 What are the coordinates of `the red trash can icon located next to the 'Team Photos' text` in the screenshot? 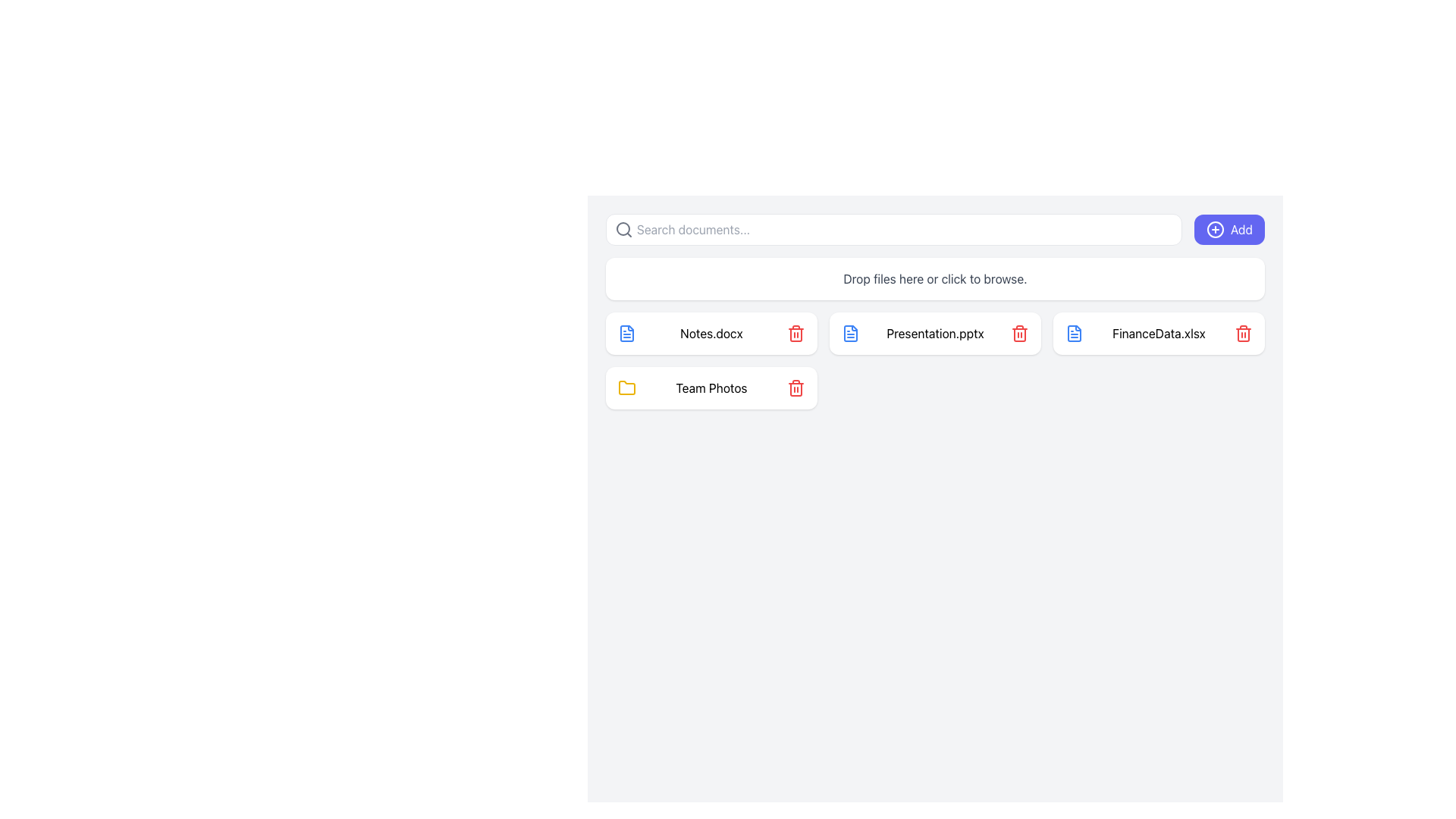 It's located at (795, 388).